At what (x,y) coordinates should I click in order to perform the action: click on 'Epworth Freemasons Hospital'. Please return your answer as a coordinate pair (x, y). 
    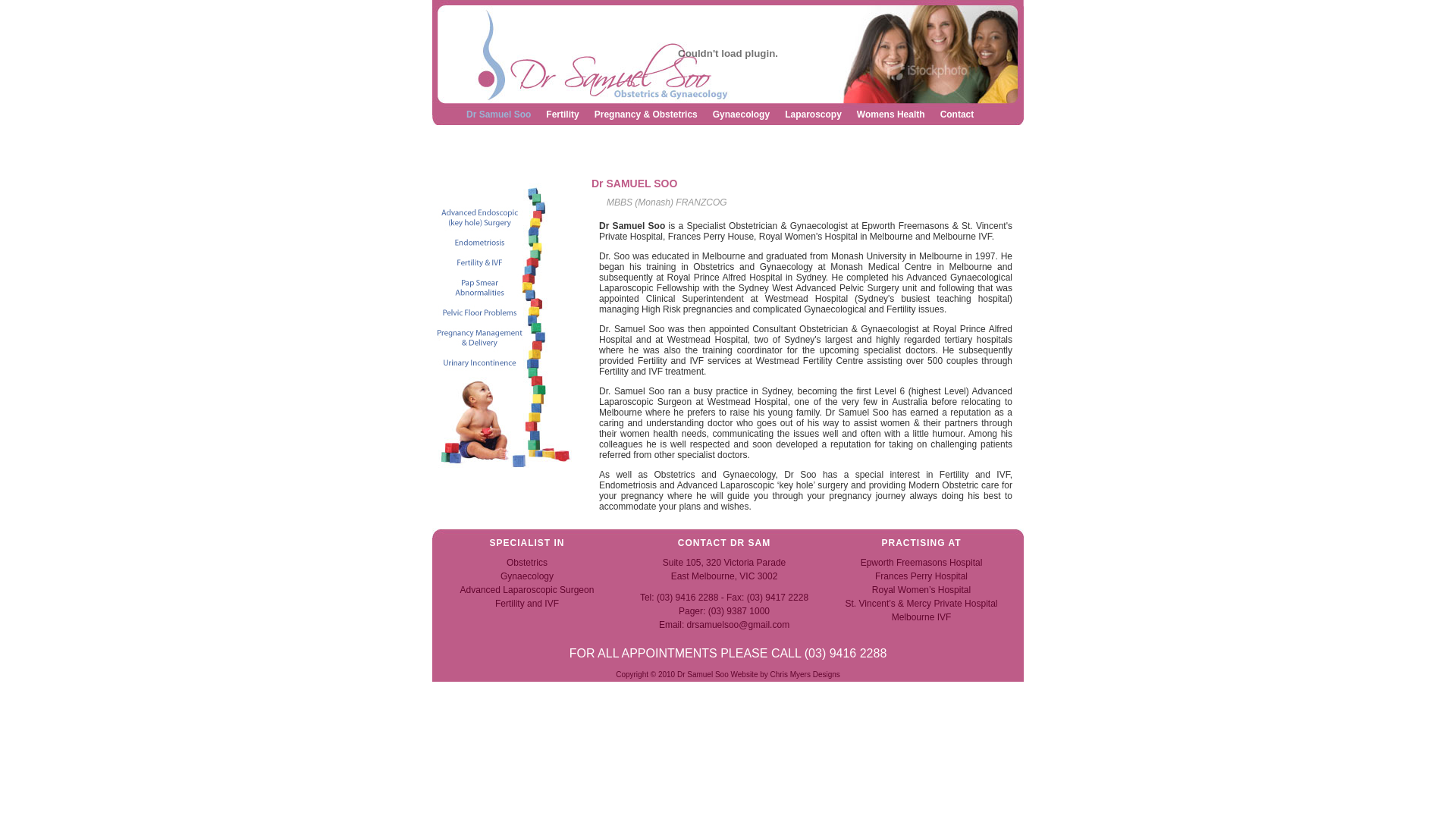
    Looking at the image, I should click on (921, 562).